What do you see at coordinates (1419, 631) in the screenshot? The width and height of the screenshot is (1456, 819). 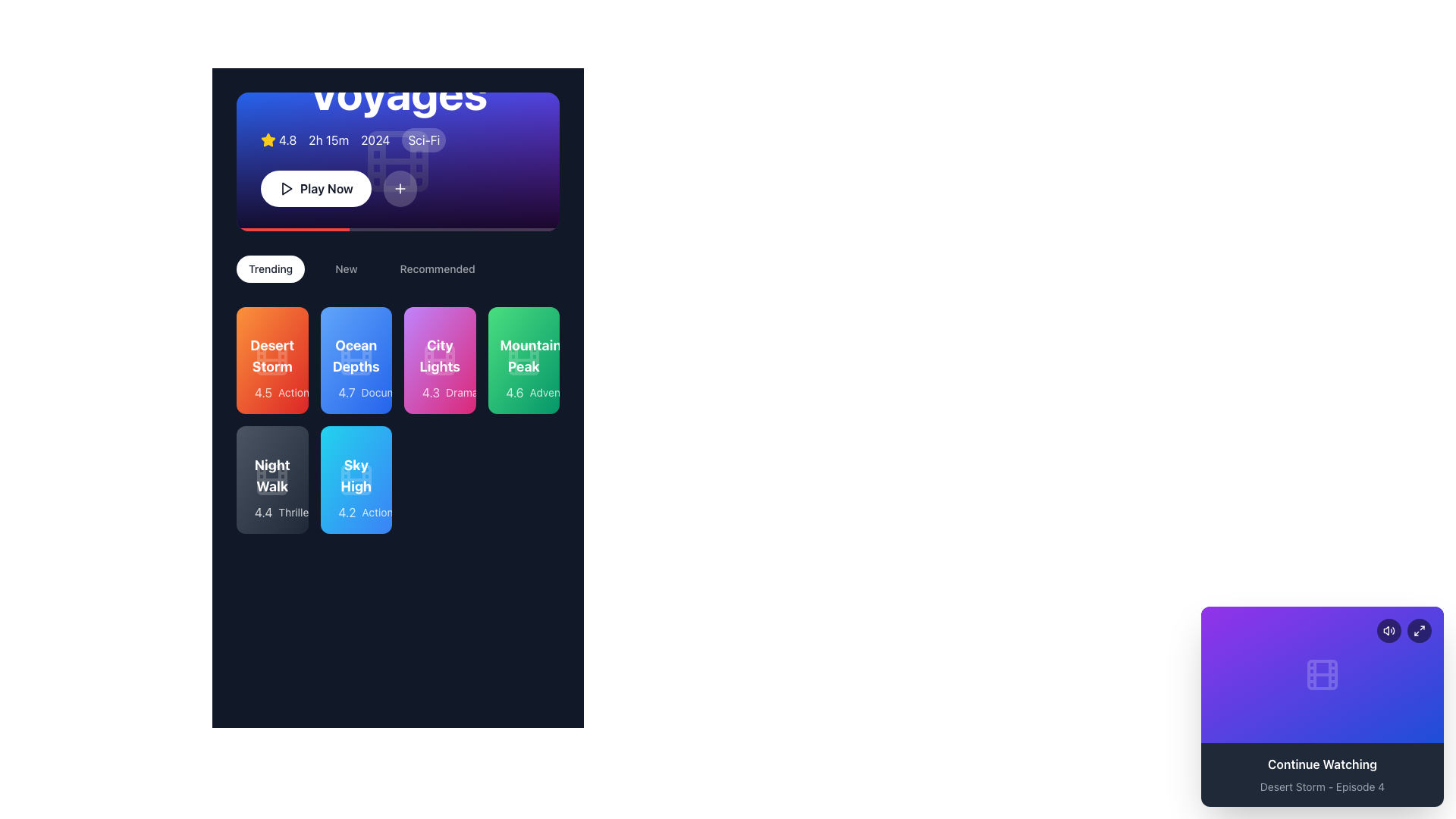 I see `the circular icon button in the top-right corner of the 'Continue Watching' card` at bounding box center [1419, 631].